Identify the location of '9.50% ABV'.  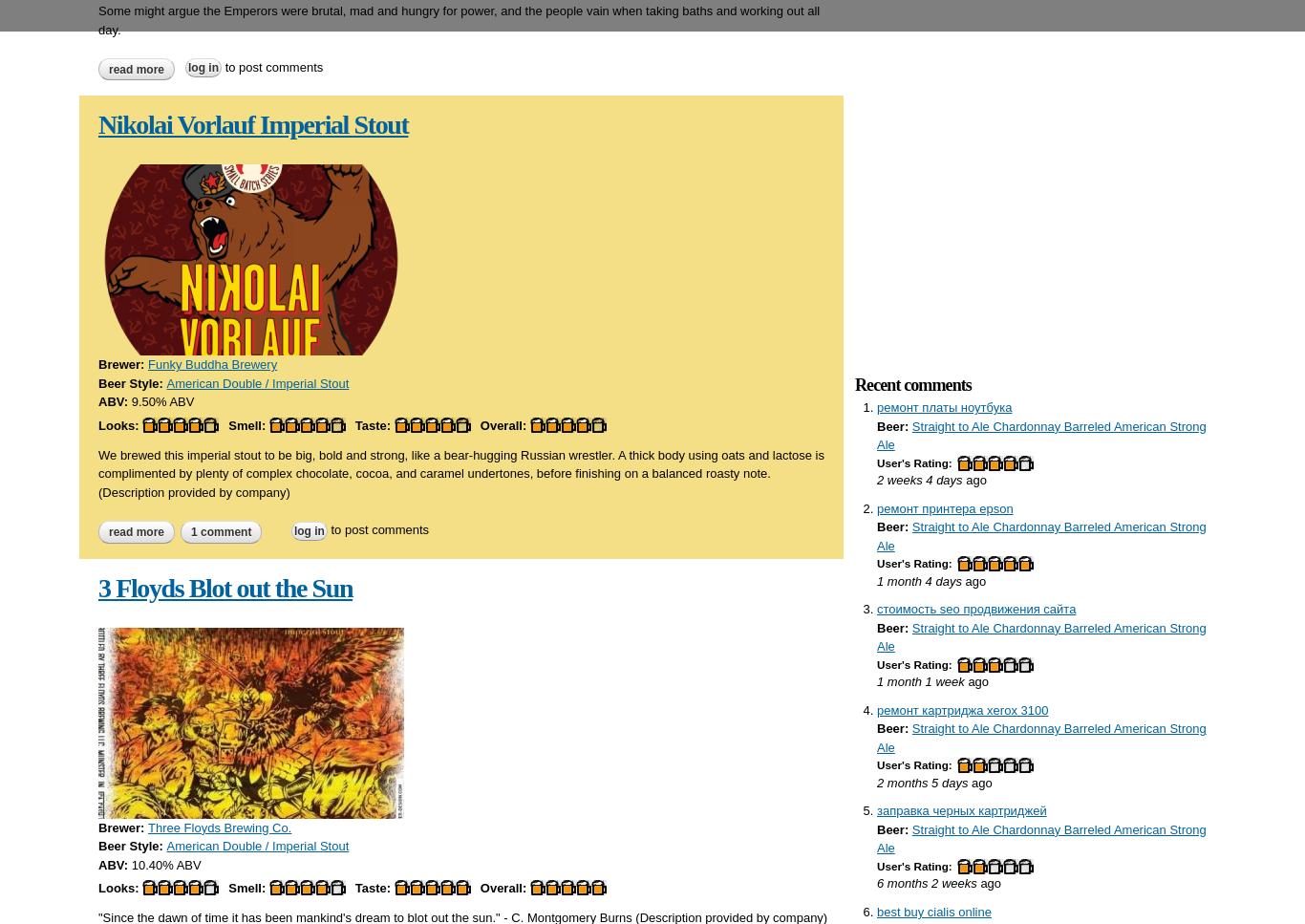
(161, 400).